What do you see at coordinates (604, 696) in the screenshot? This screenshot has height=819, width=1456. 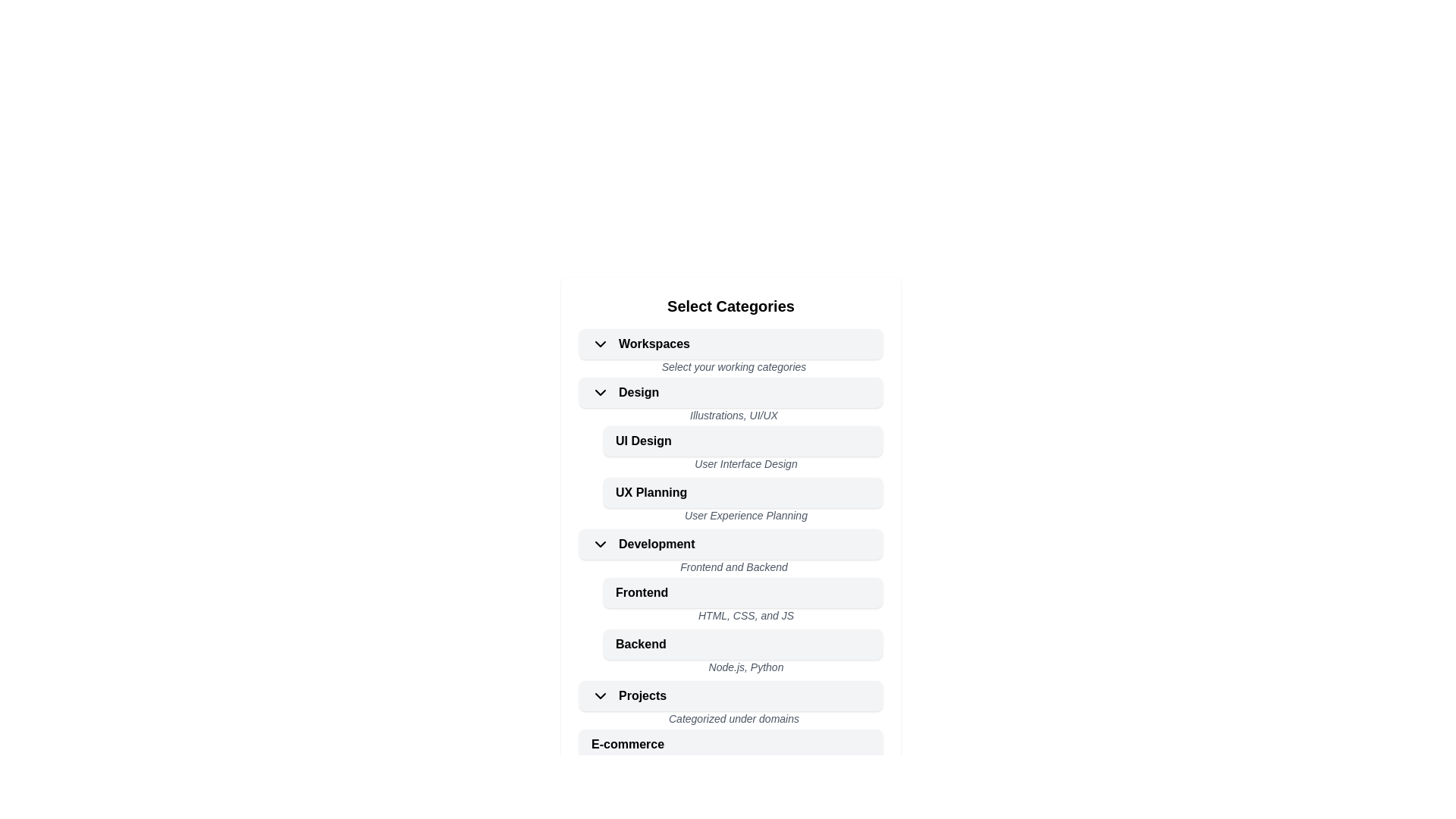 I see `the dropdown indicator icon located at the left side of the 'Projects' label` at bounding box center [604, 696].